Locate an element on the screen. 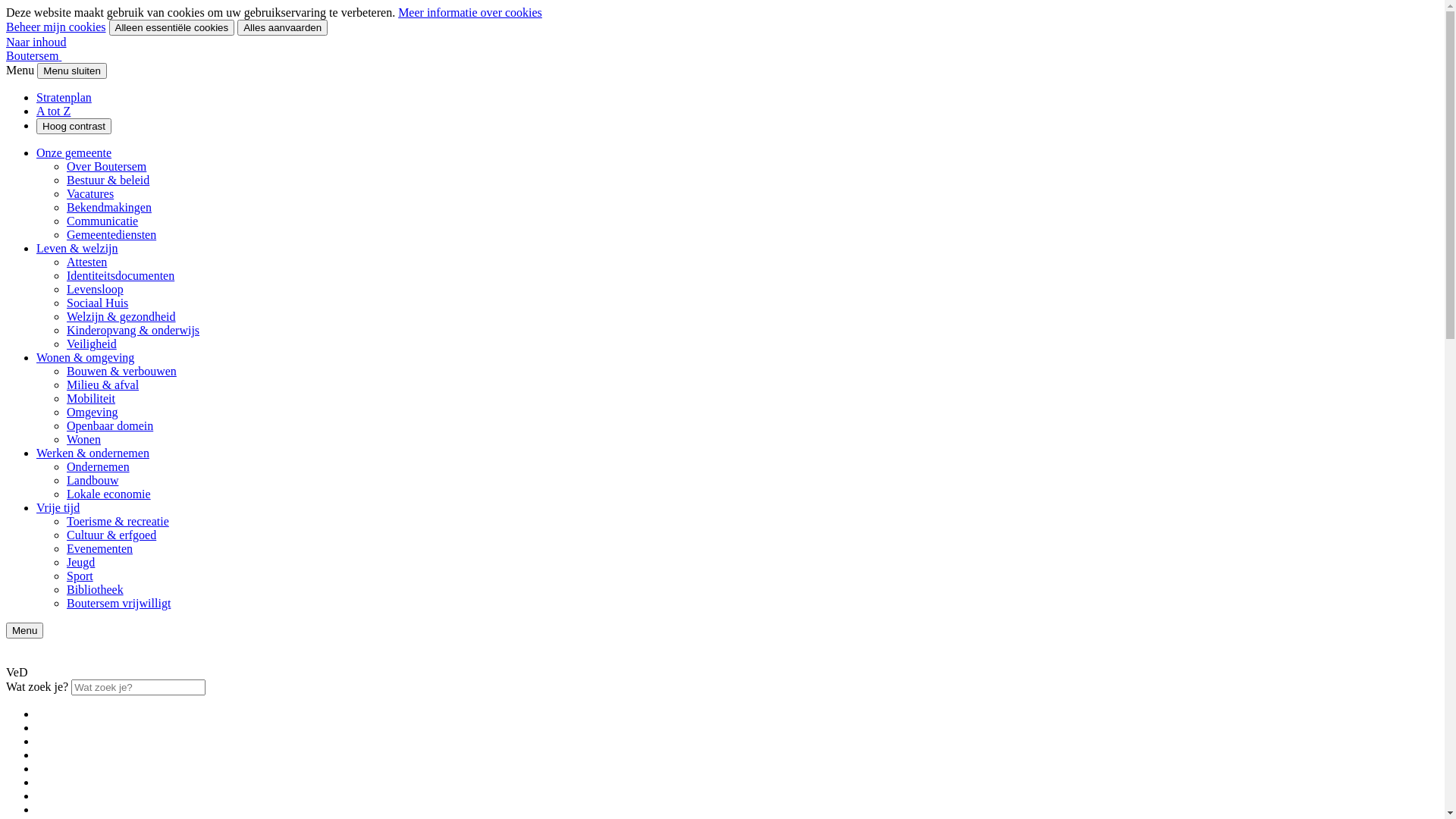 The width and height of the screenshot is (1456, 819). 'Alles aanvaarden' is located at coordinates (236, 27).